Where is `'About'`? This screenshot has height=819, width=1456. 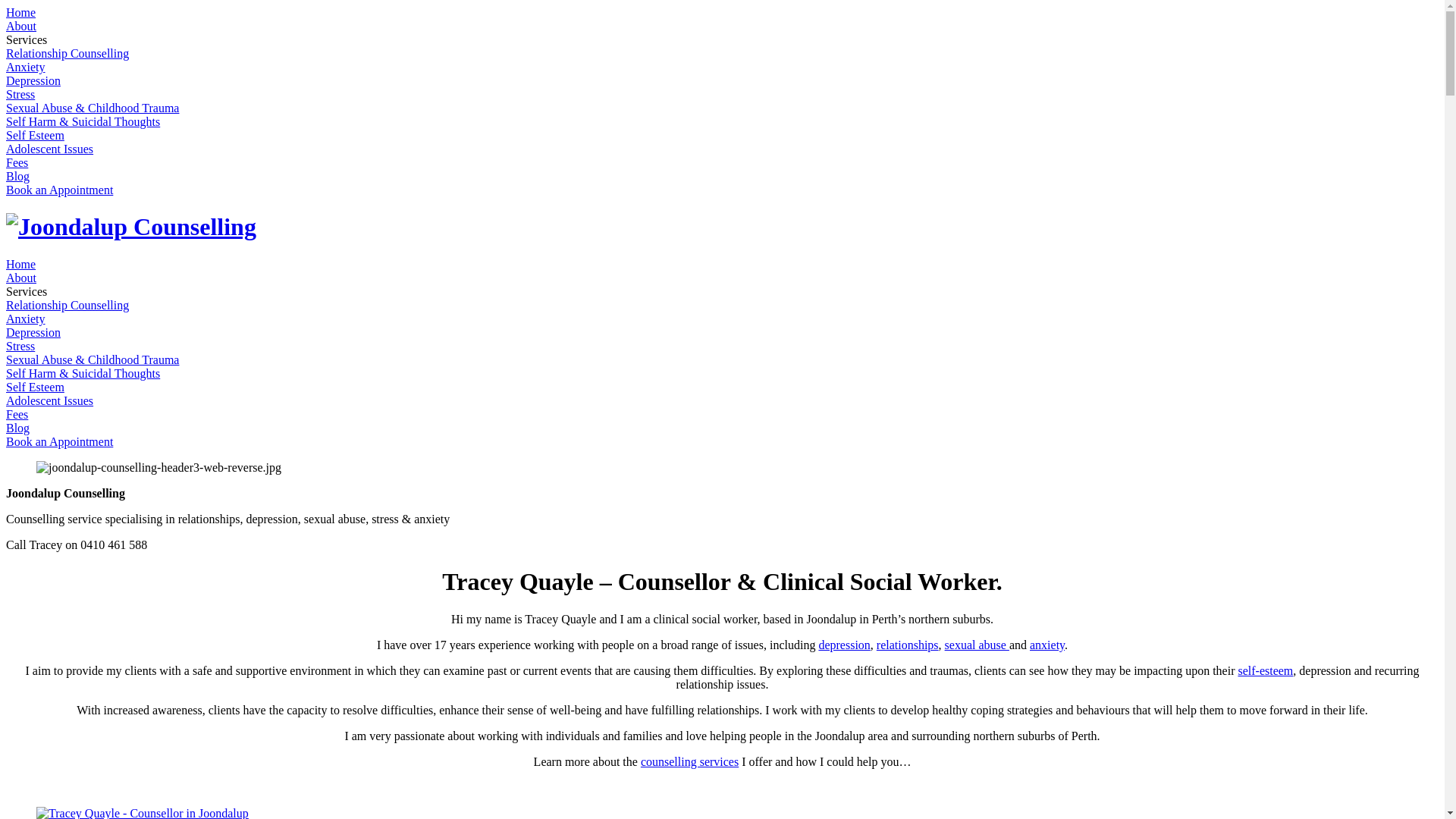 'About' is located at coordinates (21, 278).